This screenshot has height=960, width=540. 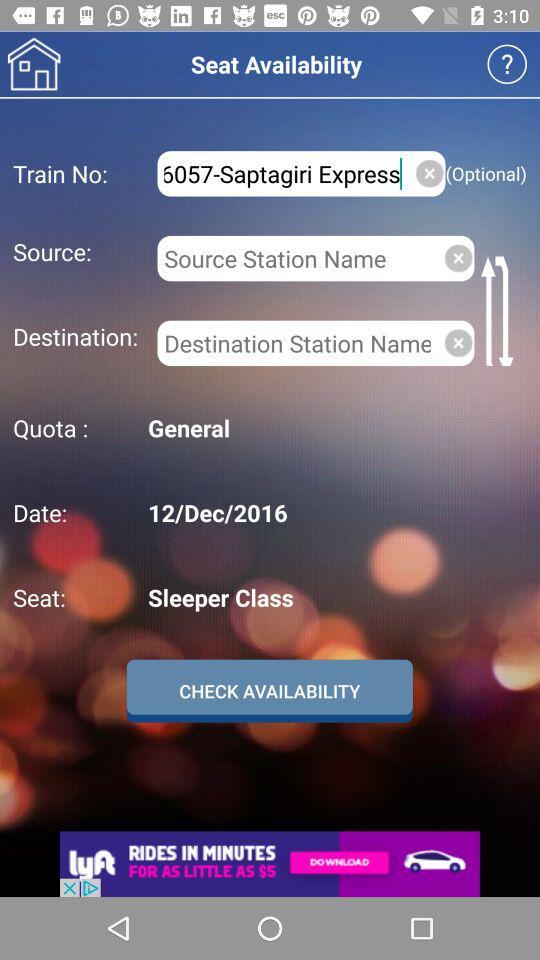 What do you see at coordinates (458, 257) in the screenshot?
I see `clear the current source station name` at bounding box center [458, 257].